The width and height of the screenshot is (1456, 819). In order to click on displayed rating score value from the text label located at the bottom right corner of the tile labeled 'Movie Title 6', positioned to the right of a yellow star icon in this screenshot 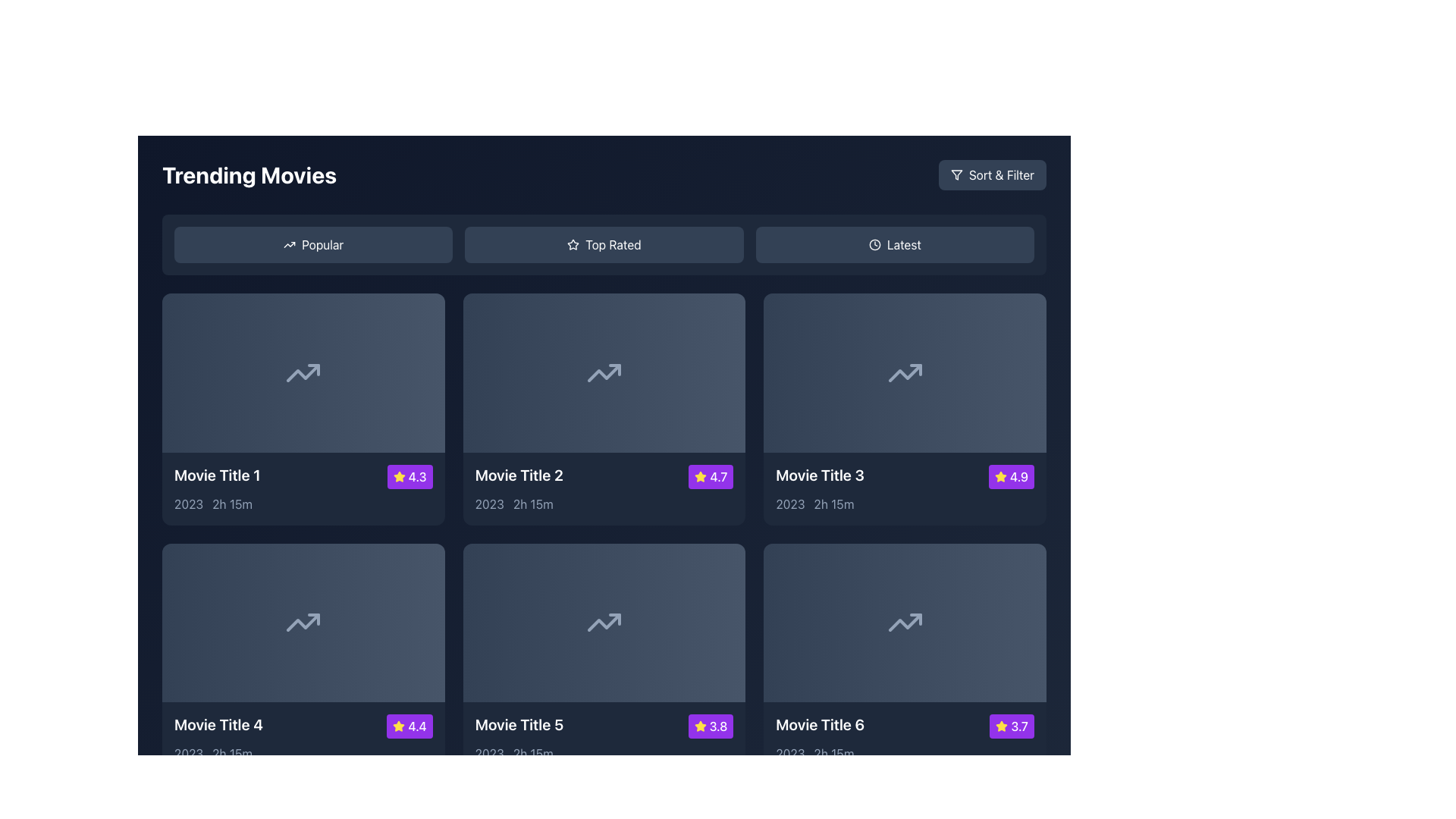, I will do `click(1019, 726)`.